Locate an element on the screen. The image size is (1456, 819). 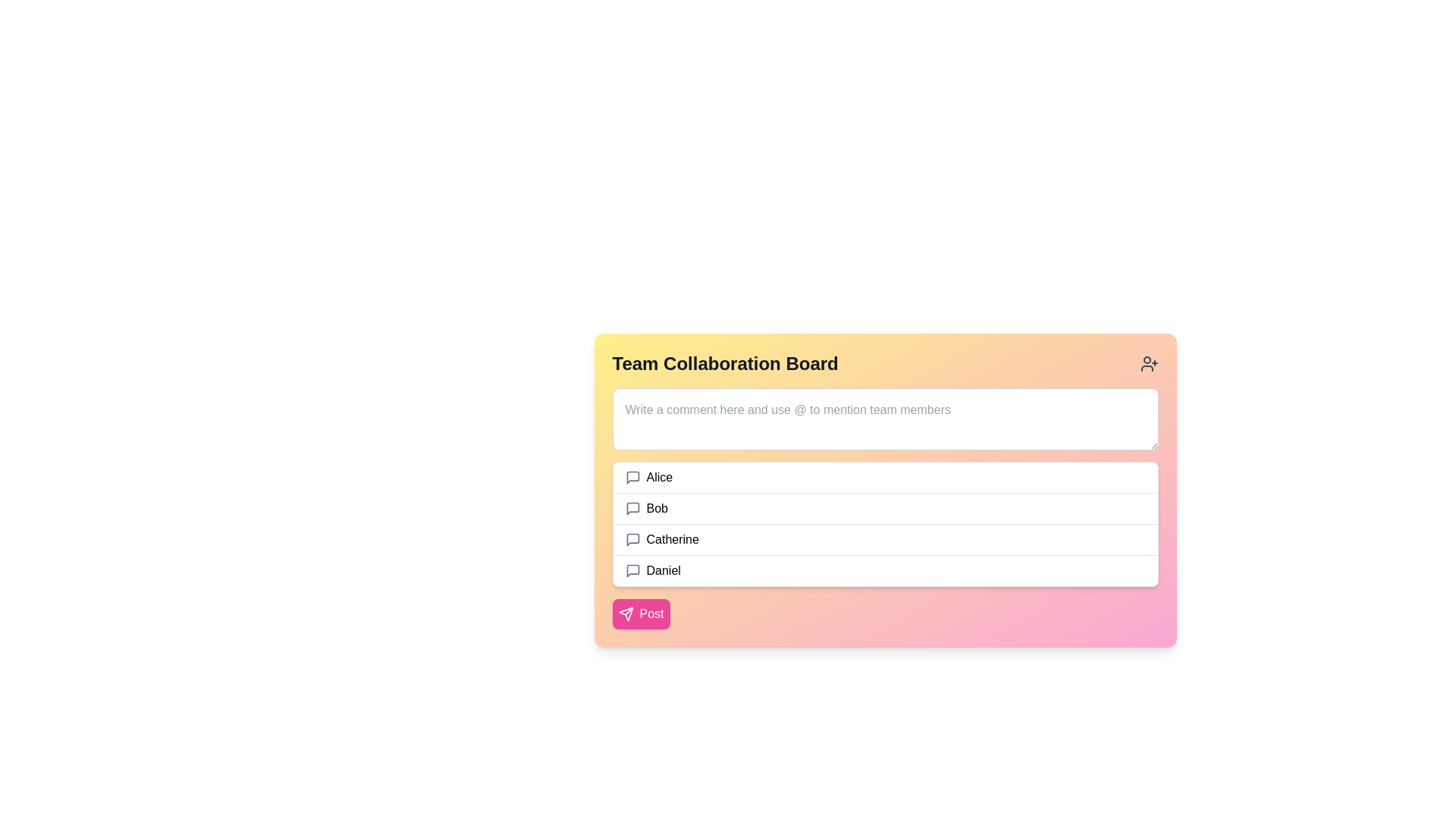
the chat bubble icon adjacent to the name 'Catherine' by moving the mouse pointer to its center is located at coordinates (632, 539).